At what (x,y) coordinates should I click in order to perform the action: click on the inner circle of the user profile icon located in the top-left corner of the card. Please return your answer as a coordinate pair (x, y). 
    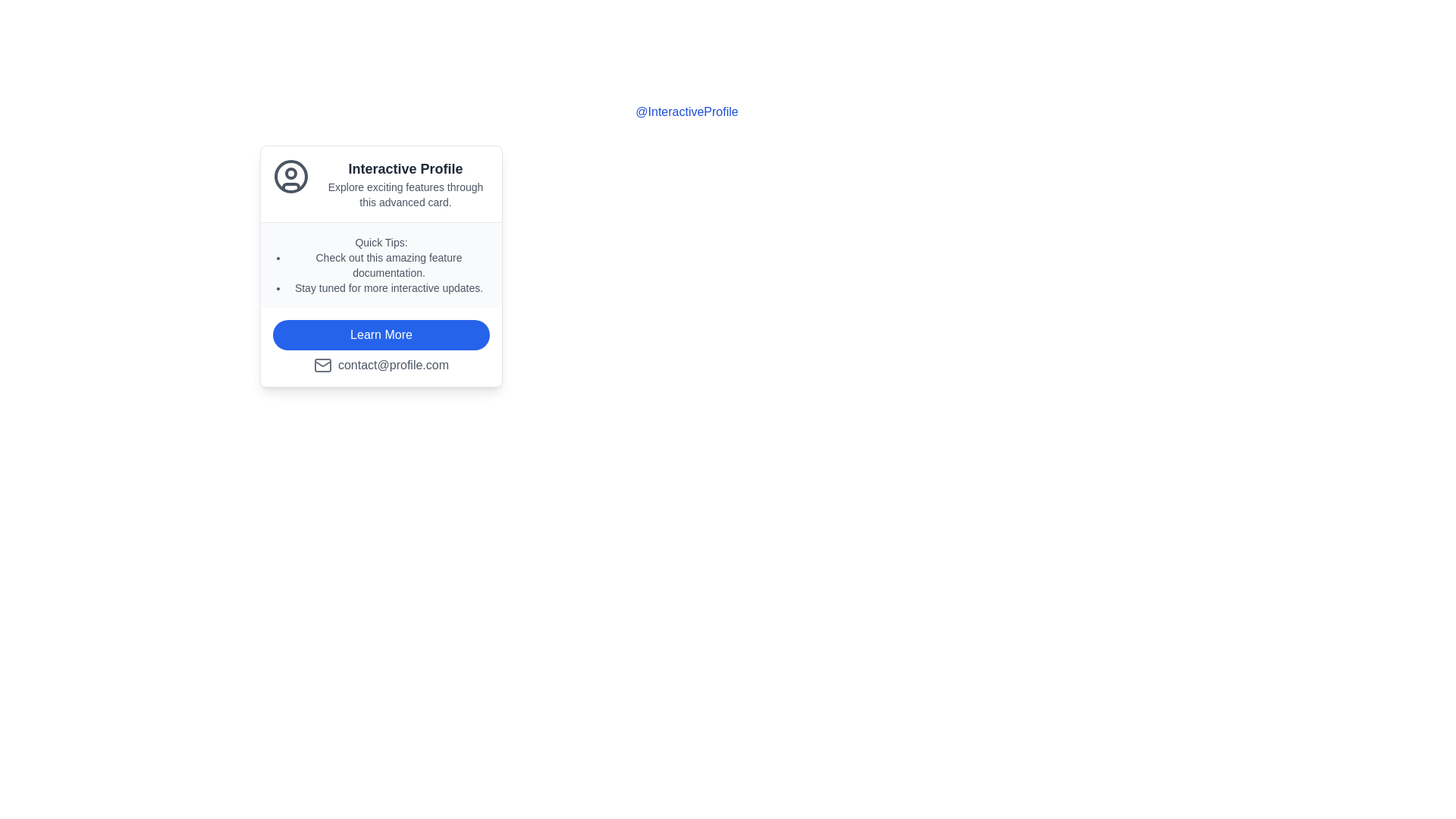
    Looking at the image, I should click on (291, 175).